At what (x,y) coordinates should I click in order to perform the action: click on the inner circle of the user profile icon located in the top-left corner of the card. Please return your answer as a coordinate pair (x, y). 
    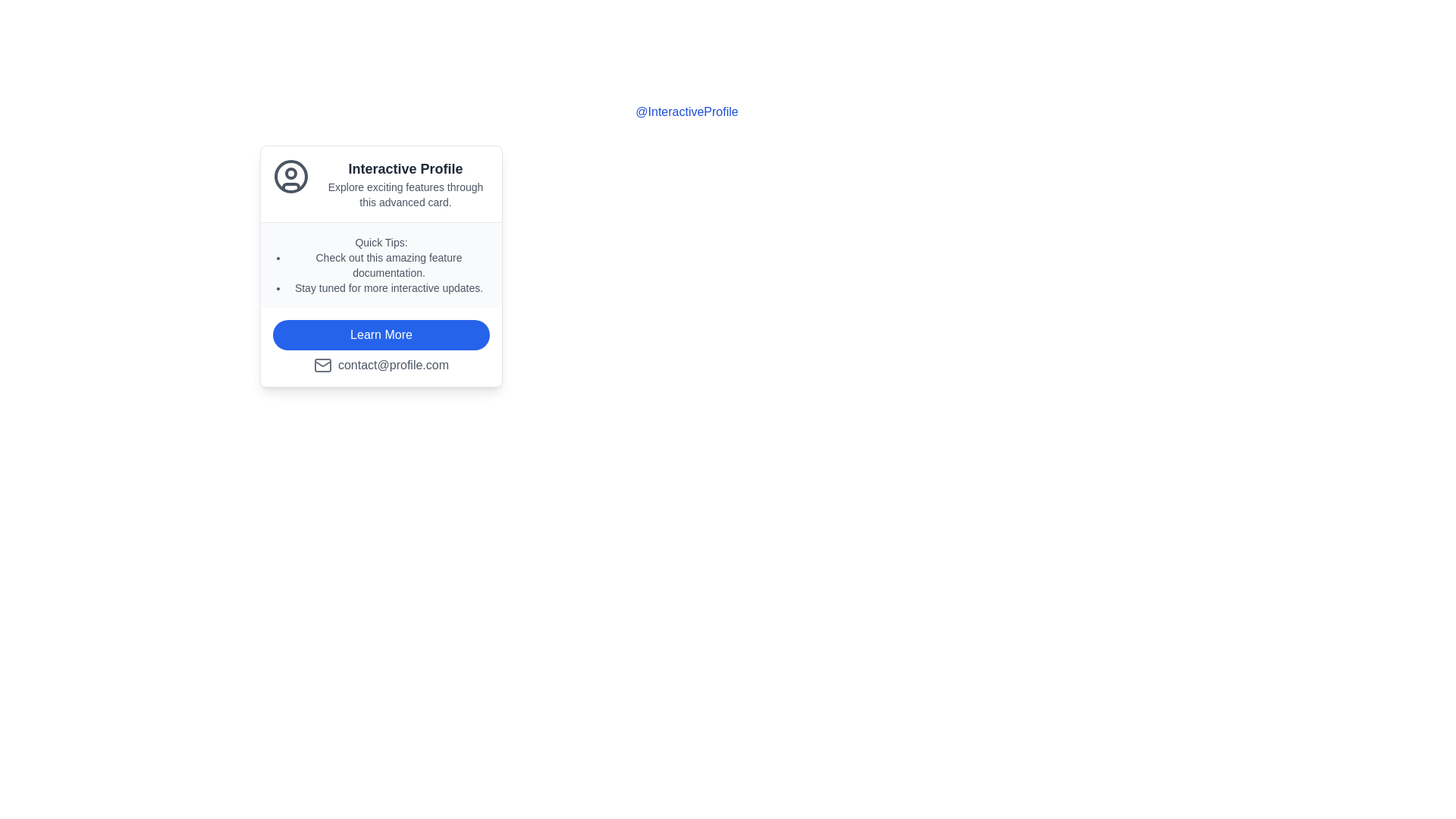
    Looking at the image, I should click on (291, 175).